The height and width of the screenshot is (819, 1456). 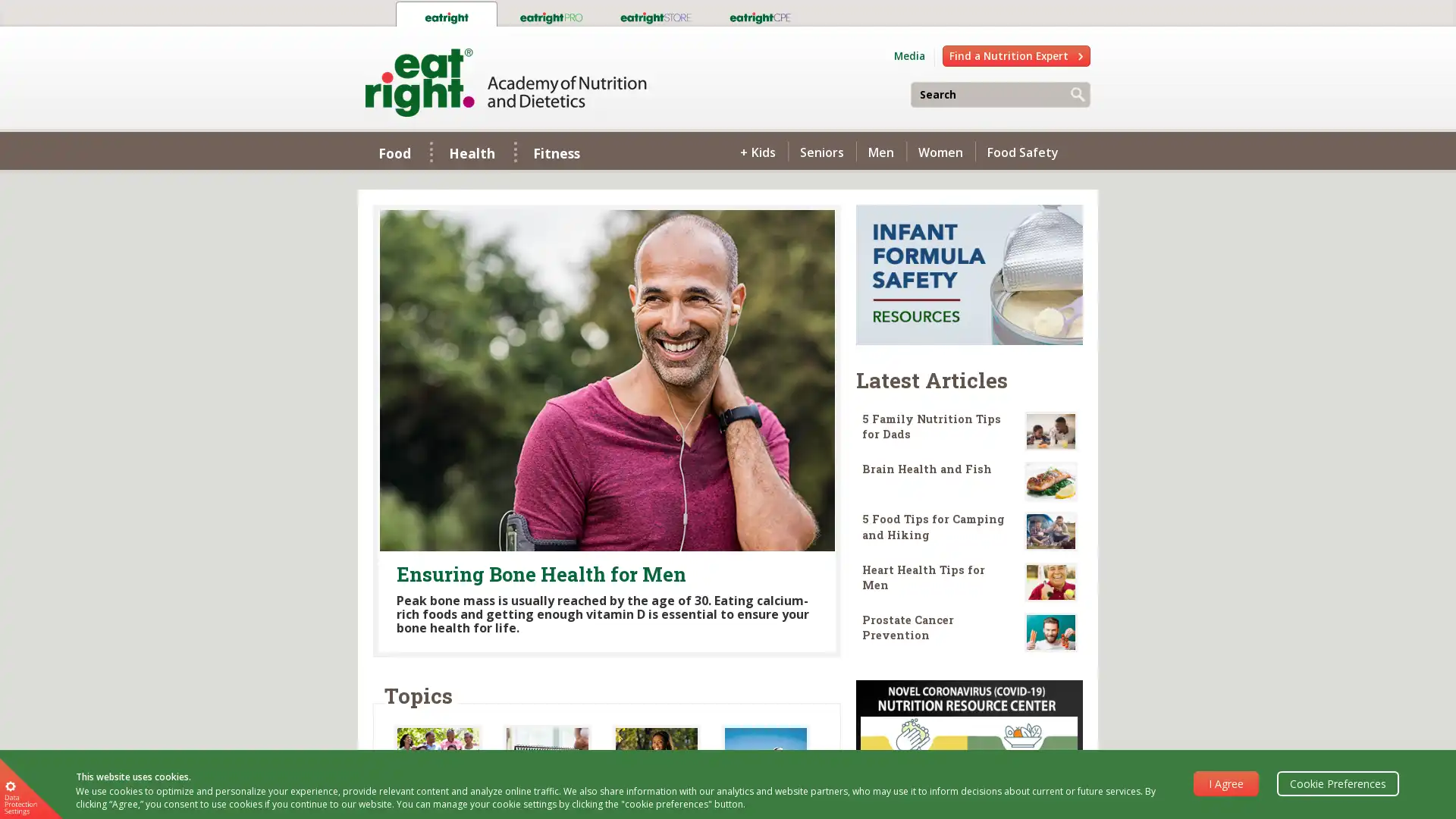 What do you see at coordinates (1077, 96) in the screenshot?
I see `> Submit` at bounding box center [1077, 96].